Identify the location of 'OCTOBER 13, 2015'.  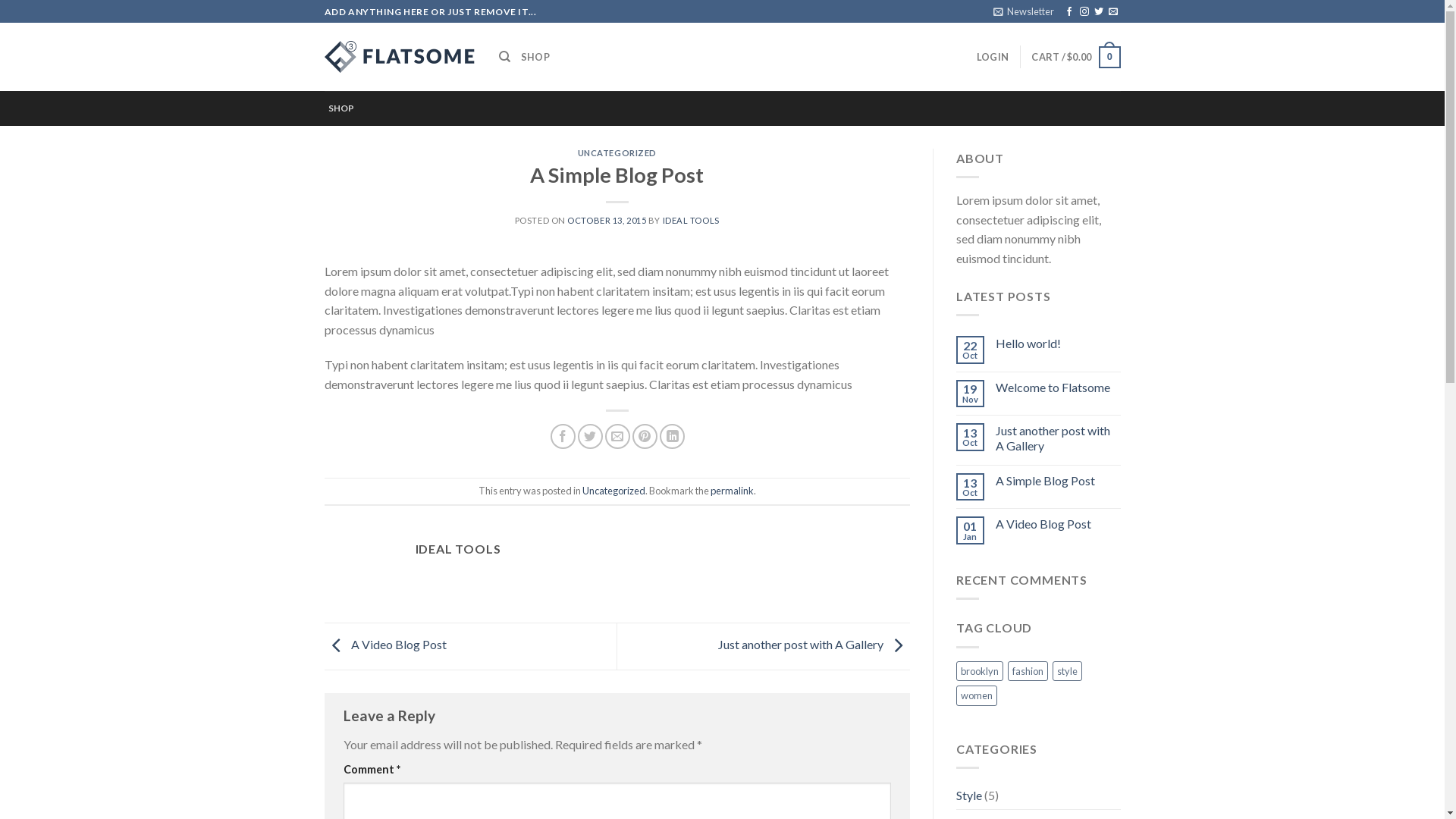
(607, 220).